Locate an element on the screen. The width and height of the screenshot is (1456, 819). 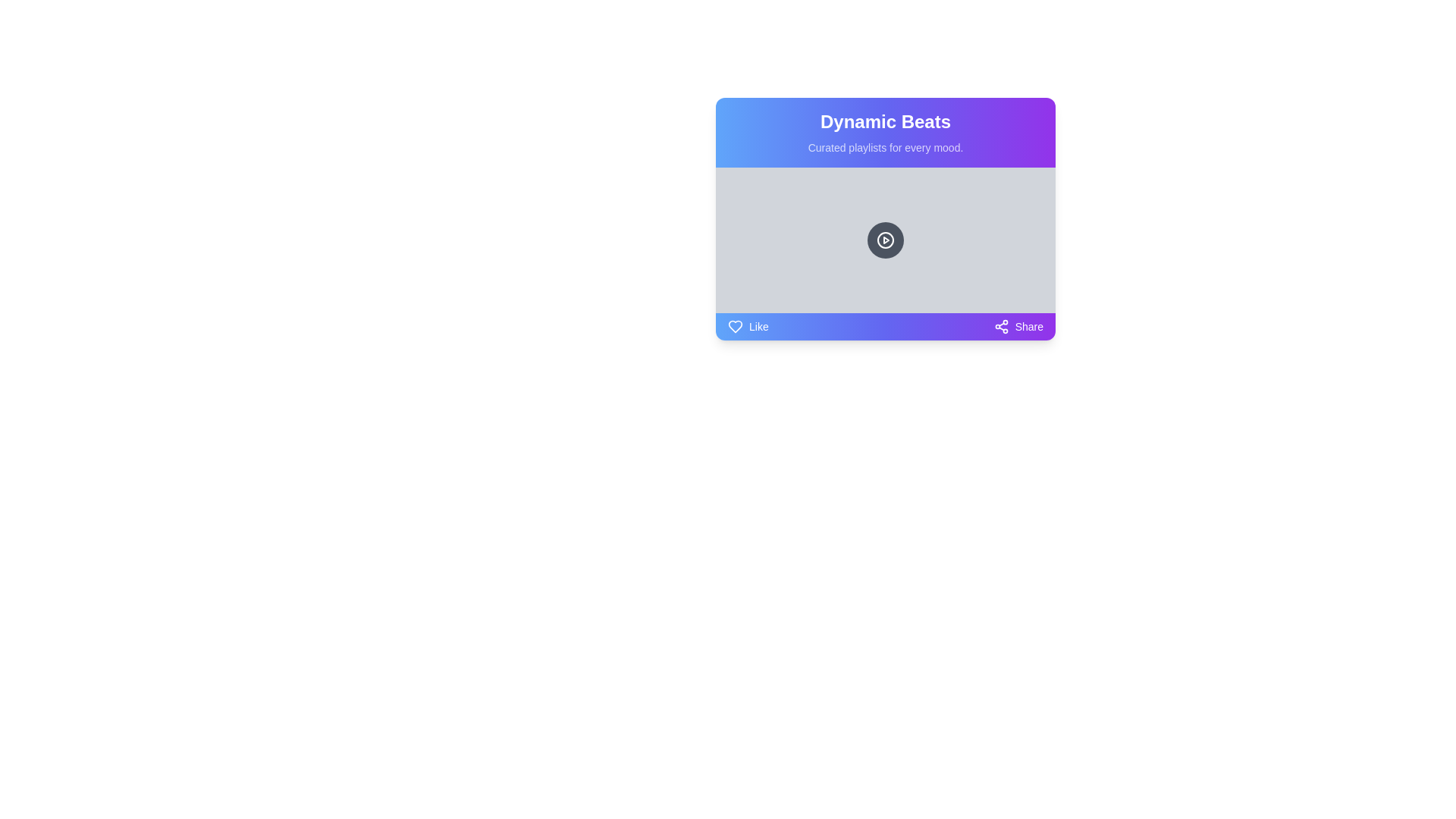
the 'like' icon located at the bottom-left of the card interface to express approval for the associated content is located at coordinates (735, 326).